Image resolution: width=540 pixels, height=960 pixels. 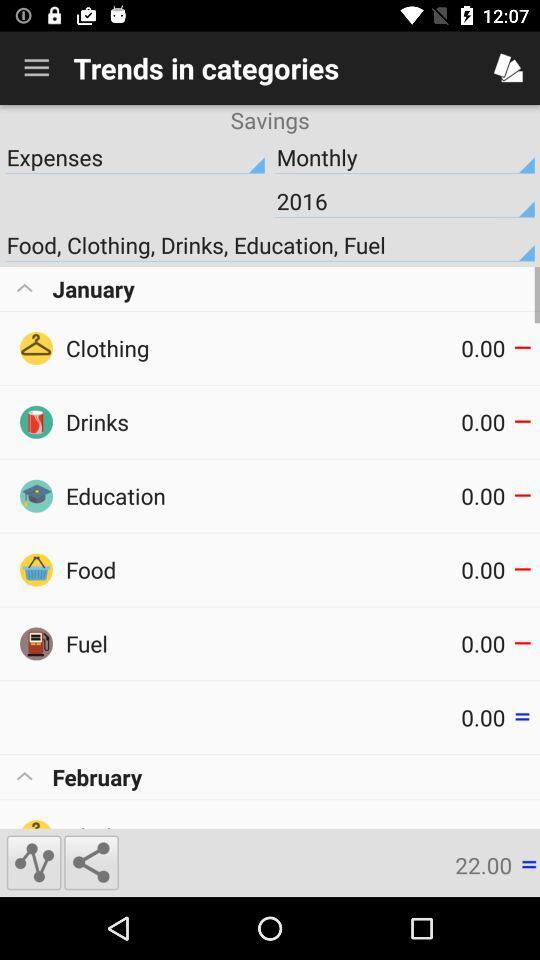 What do you see at coordinates (90, 861) in the screenshot?
I see `the share icon` at bounding box center [90, 861].